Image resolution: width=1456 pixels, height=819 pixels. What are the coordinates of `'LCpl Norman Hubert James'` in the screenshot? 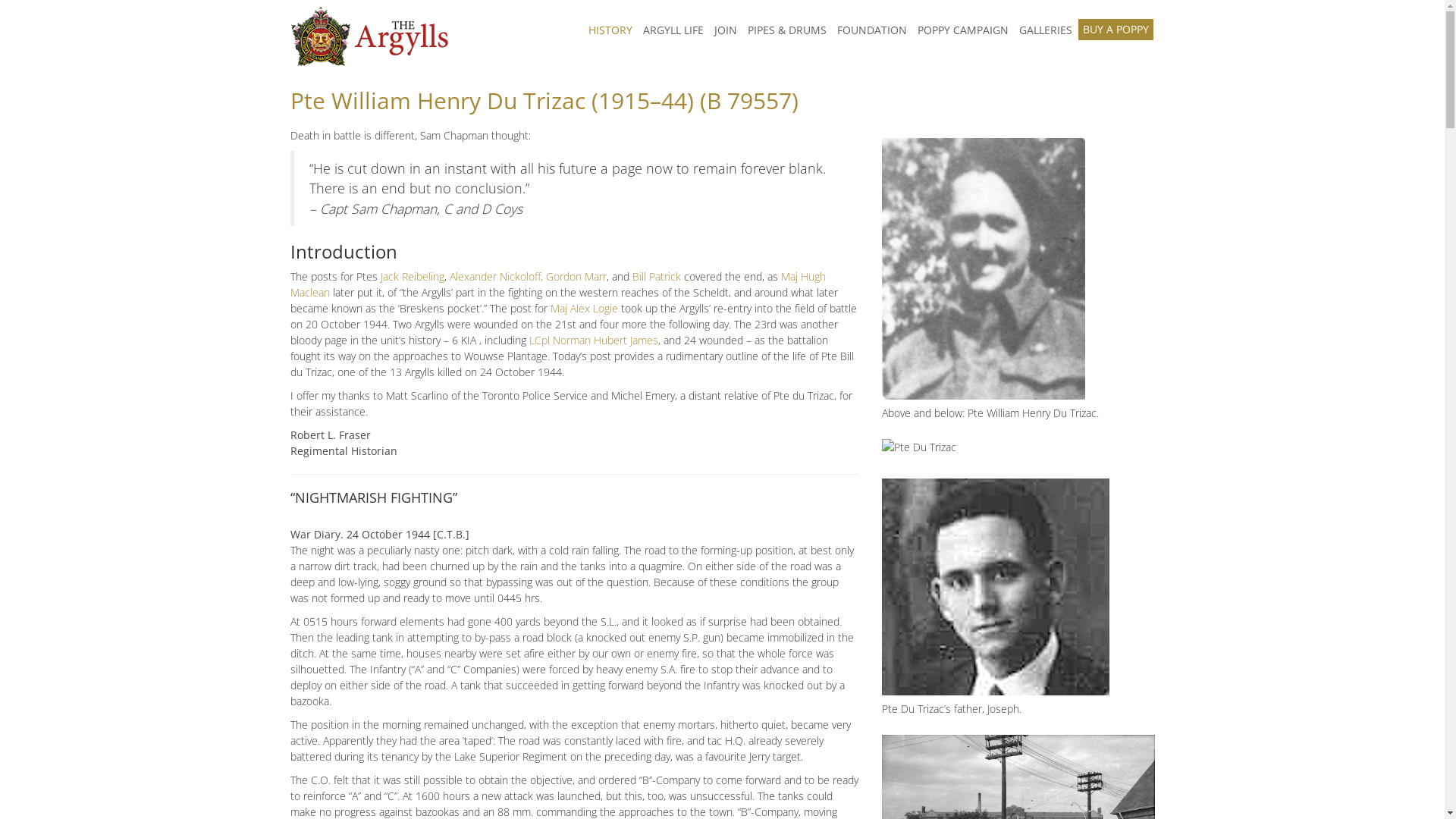 It's located at (592, 339).